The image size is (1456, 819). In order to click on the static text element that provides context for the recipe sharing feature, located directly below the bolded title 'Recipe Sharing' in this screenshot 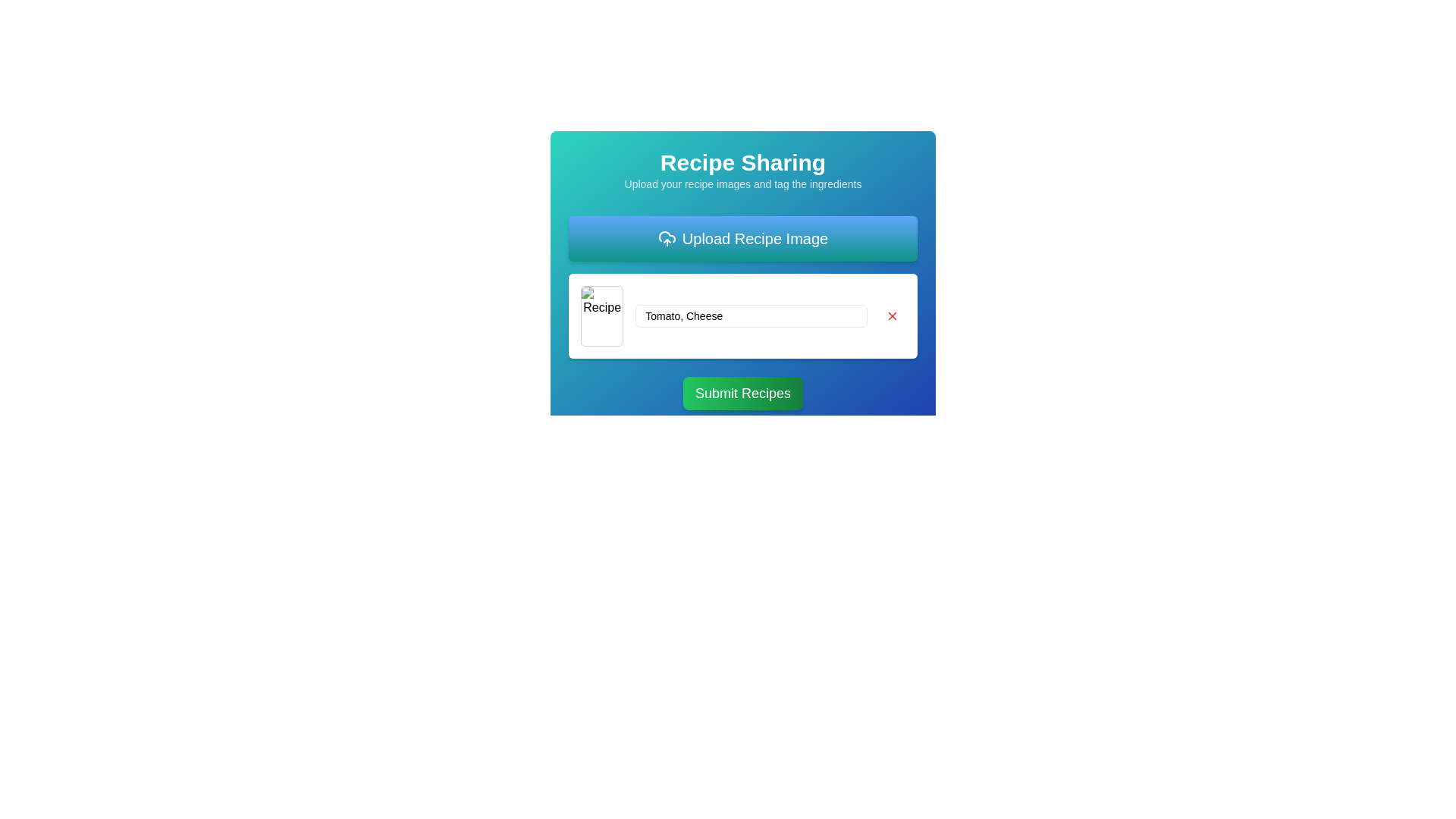, I will do `click(742, 184)`.